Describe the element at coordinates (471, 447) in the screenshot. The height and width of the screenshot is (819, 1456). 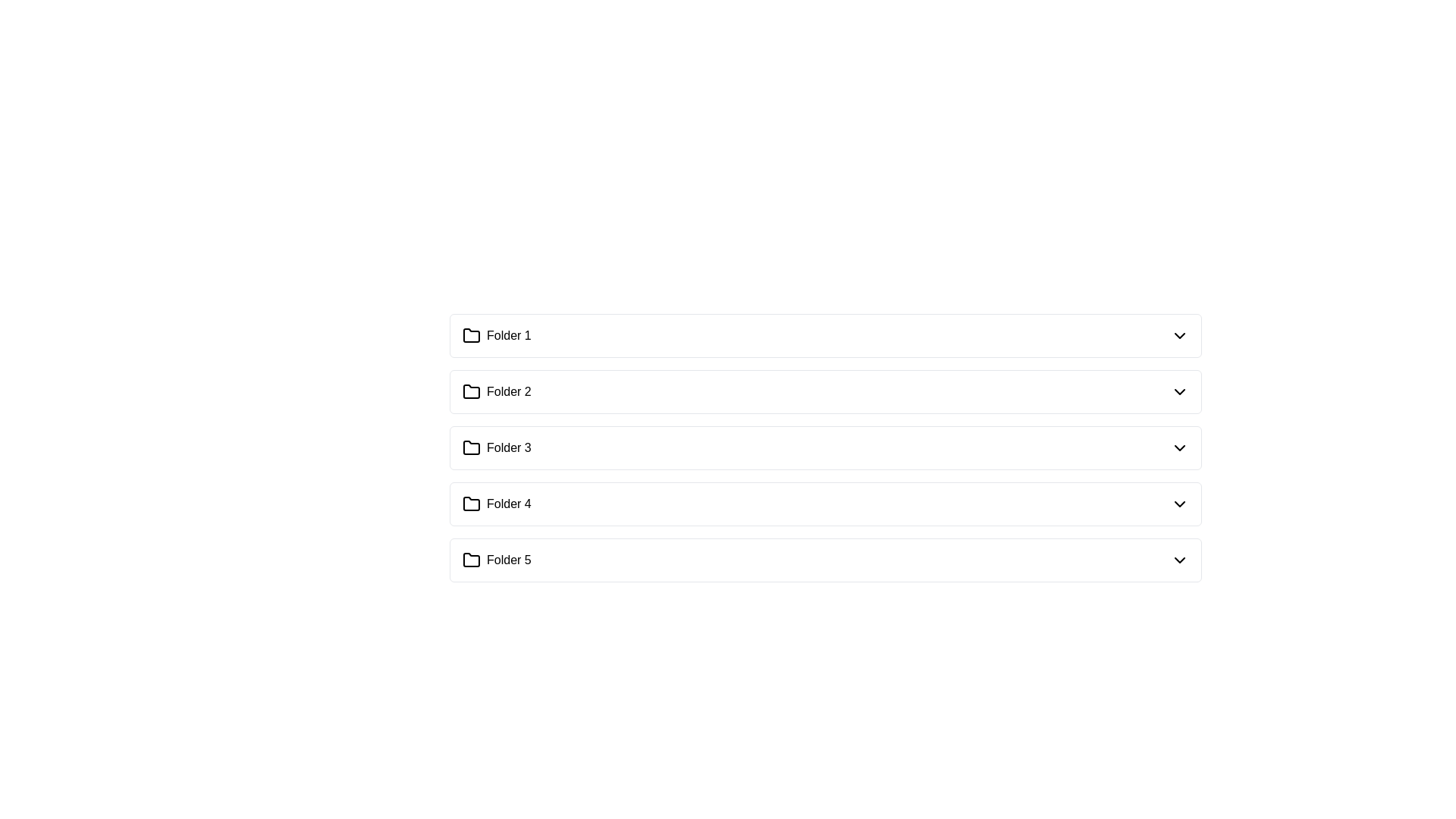
I see `the folder icon representing 'Folder 3', located` at that location.